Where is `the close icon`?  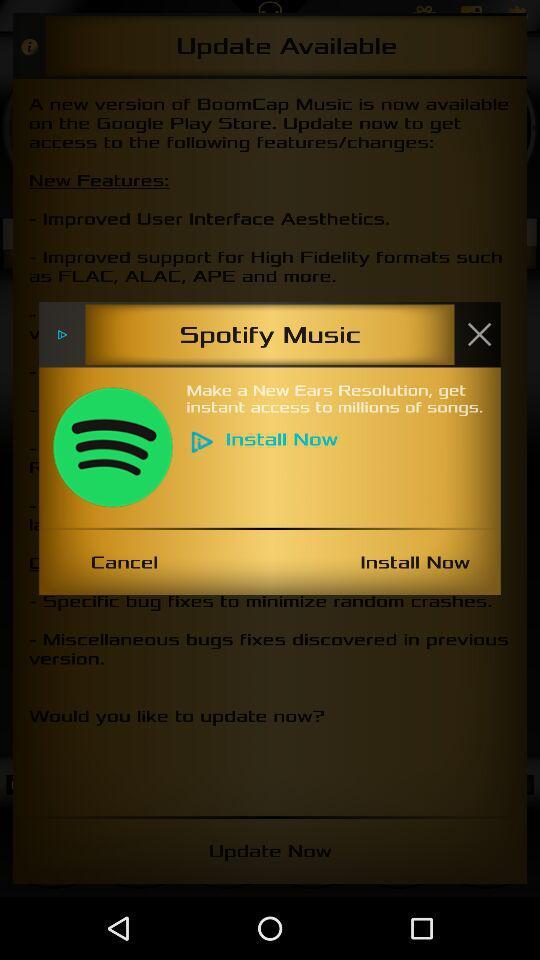 the close icon is located at coordinates (478, 334).